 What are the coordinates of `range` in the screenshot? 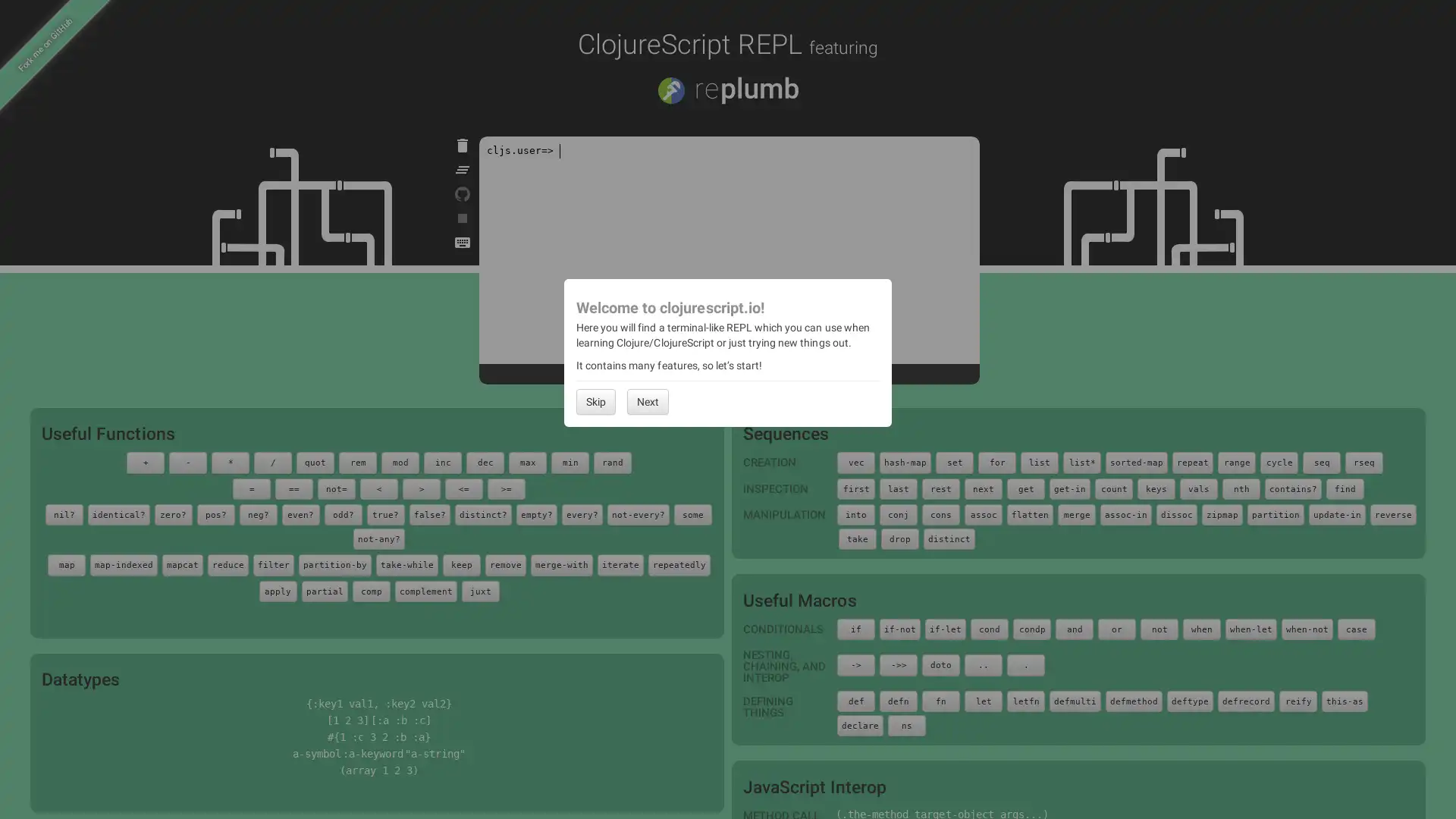 It's located at (1237, 461).